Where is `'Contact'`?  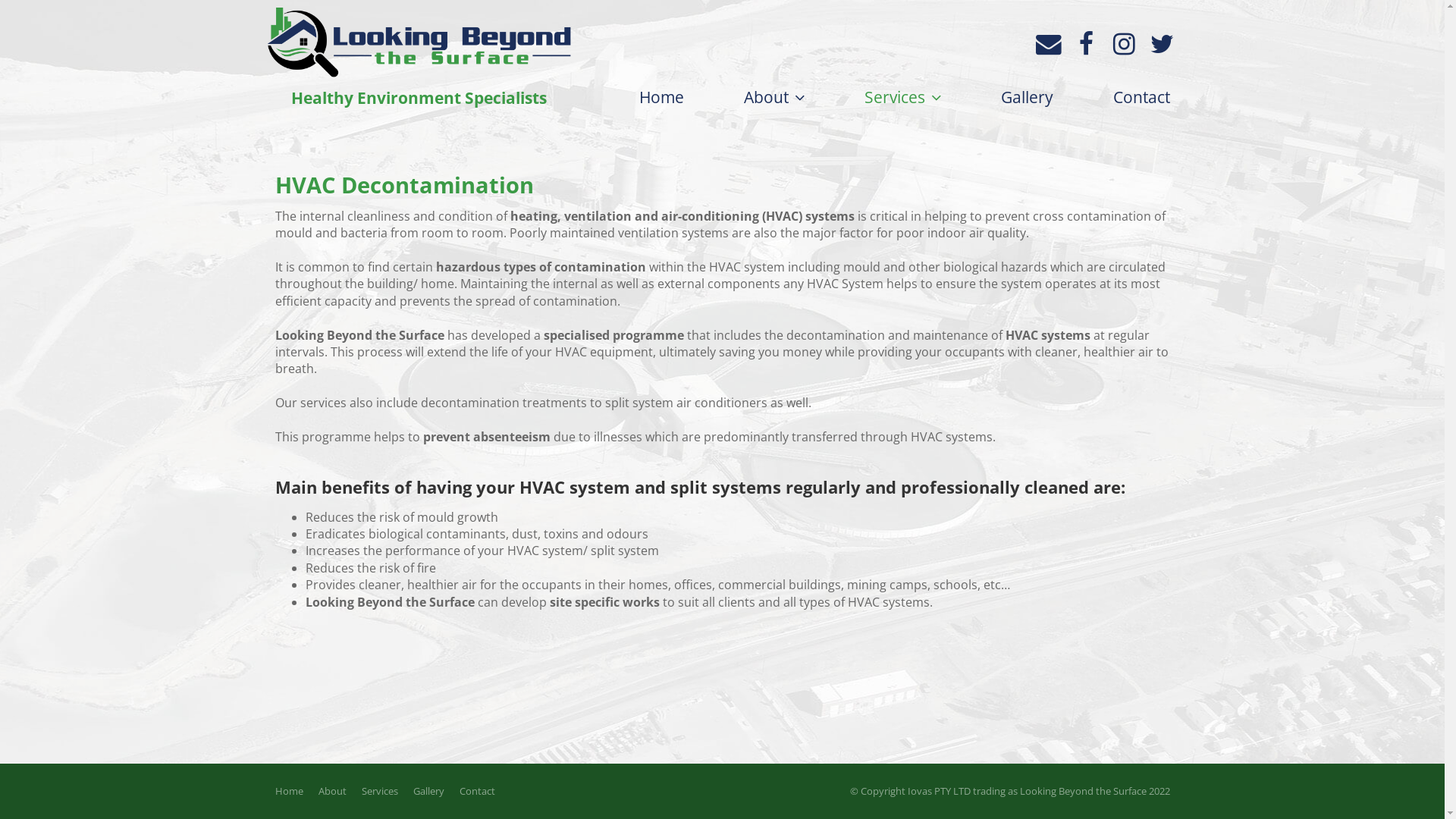
'Contact' is located at coordinates (1106, 96).